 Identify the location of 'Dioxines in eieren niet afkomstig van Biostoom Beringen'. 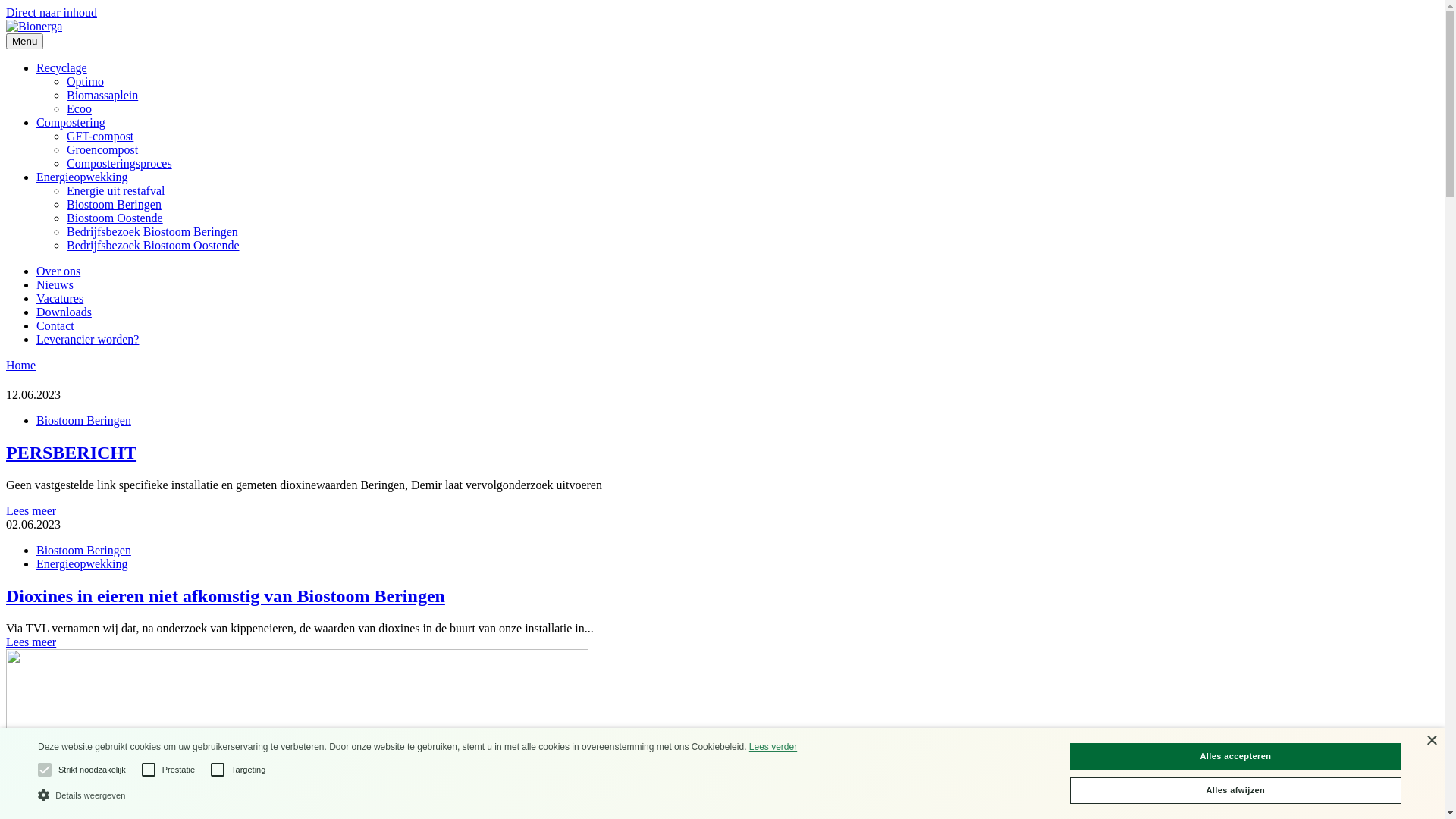
(721, 595).